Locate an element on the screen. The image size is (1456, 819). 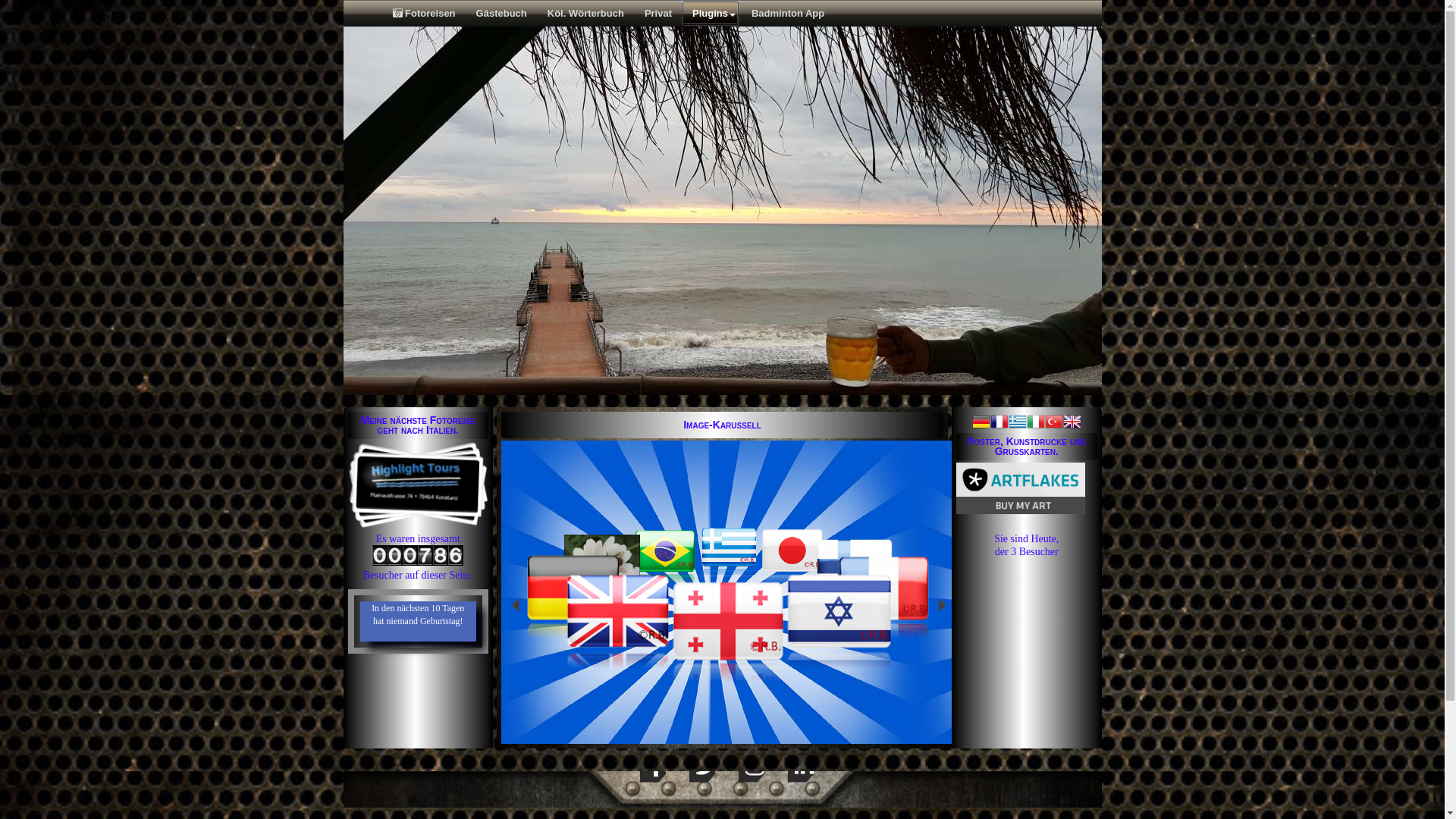
'Fotoreisen' is located at coordinates (422, 13).